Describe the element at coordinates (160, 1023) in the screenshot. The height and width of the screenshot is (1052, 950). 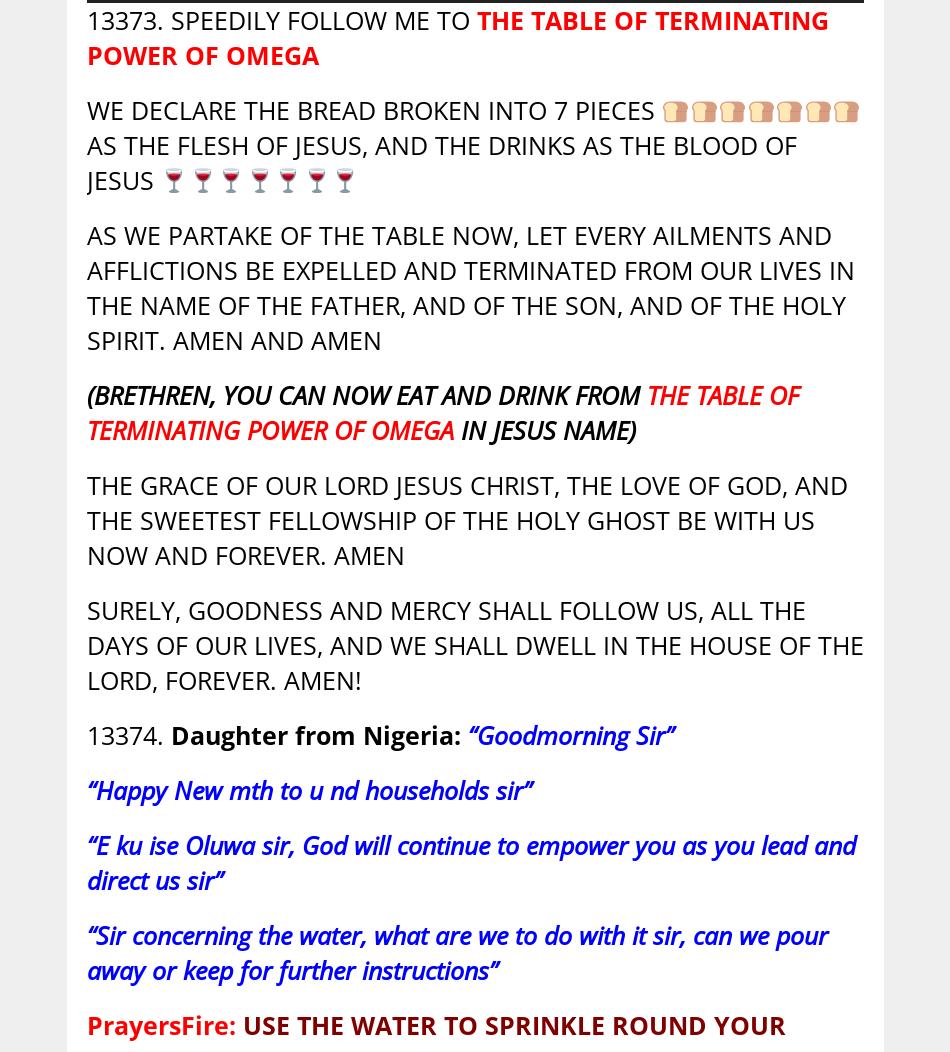
I see `'PrayersFire:'` at that location.